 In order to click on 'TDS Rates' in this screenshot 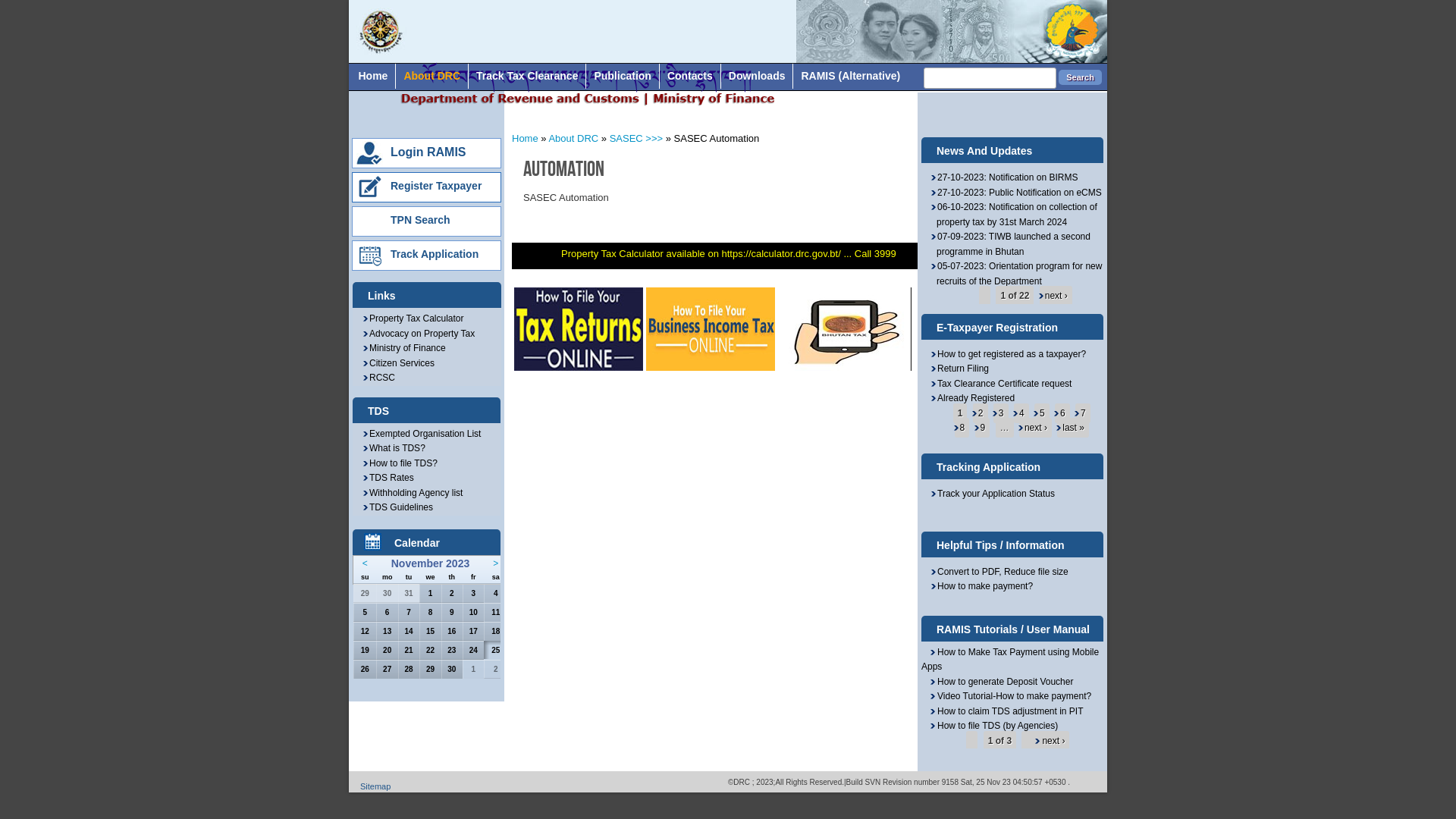, I will do `click(360, 476)`.